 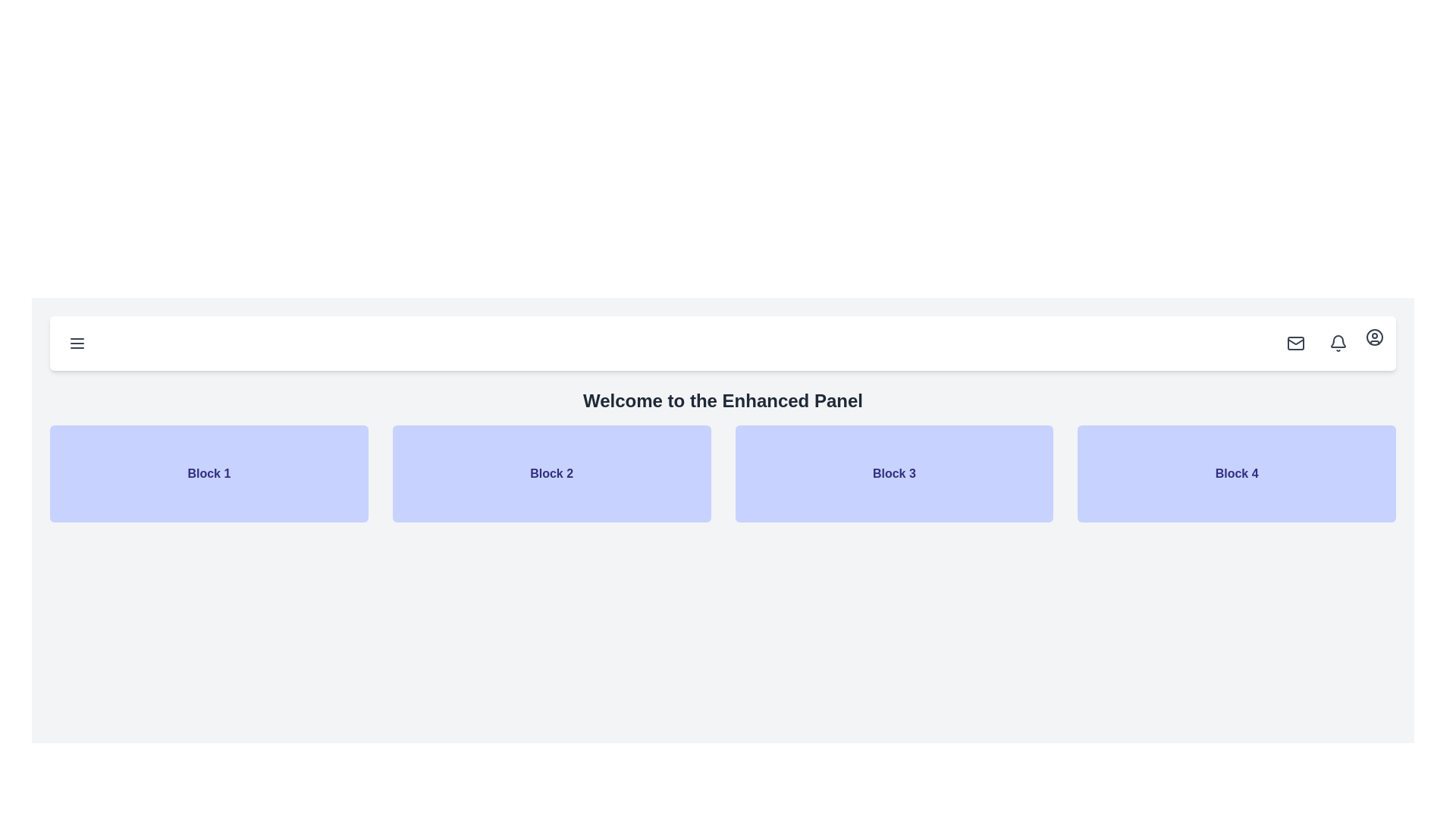 I want to click on the label text that identifies the first block in a set of sections, located in the center of the first block from the left in a row of four visually identical blocks, so click(x=208, y=472).